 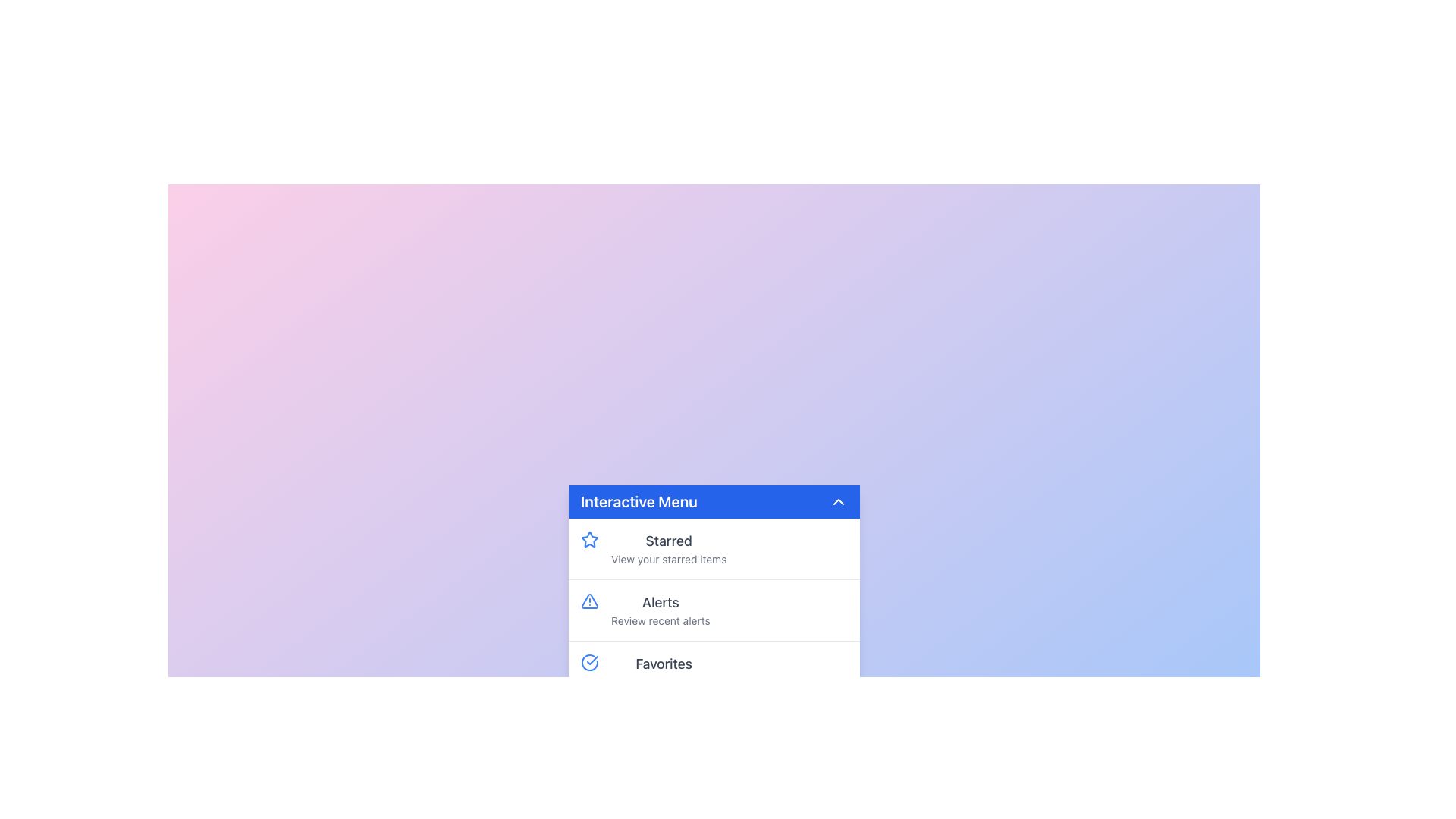 I want to click on the 'Alerts' menu item, which is the second item in the vertical menu list titled 'Interactive Menu', so click(x=713, y=610).